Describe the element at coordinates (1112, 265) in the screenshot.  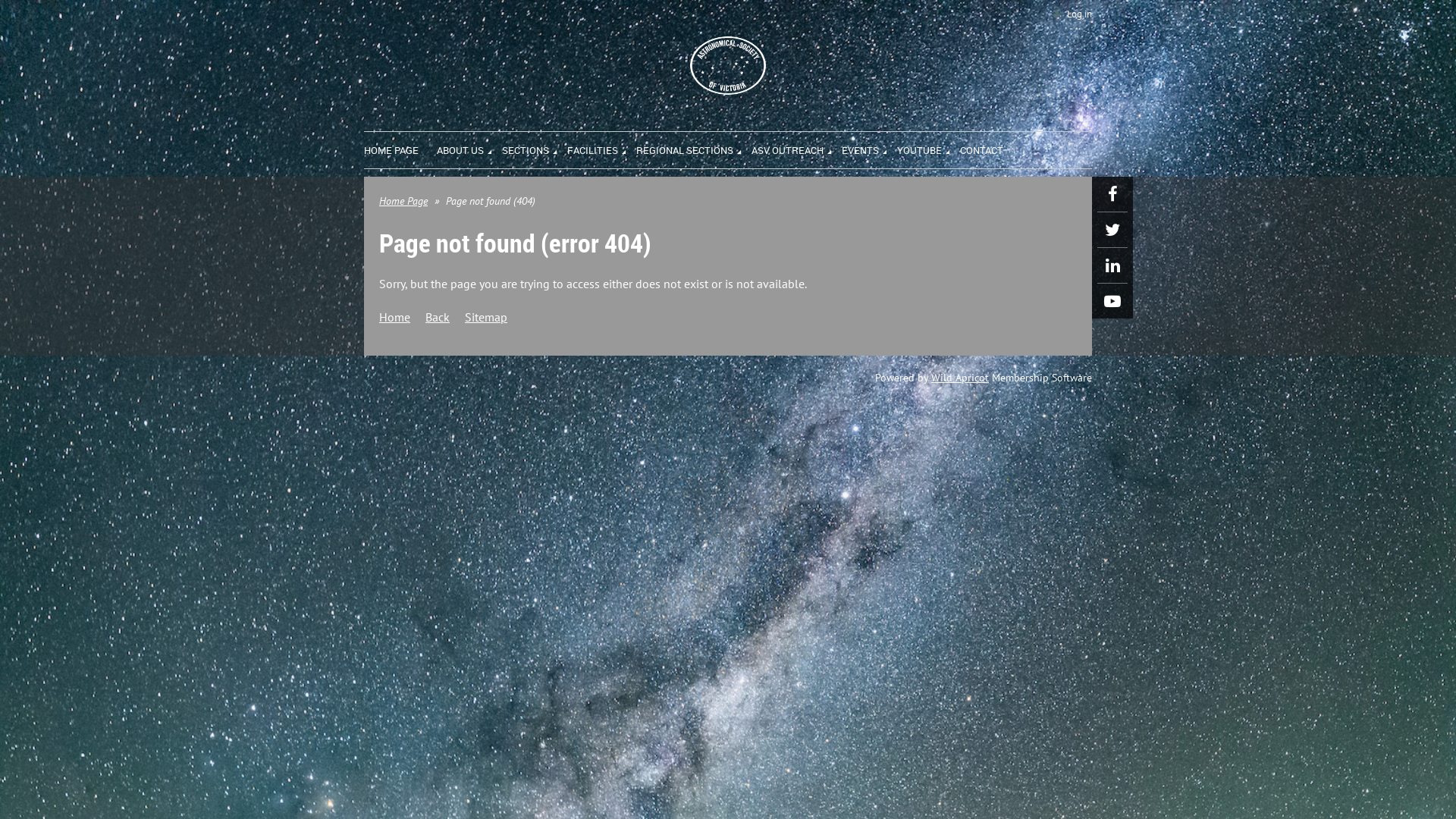
I see `'LinkedIn'` at that location.